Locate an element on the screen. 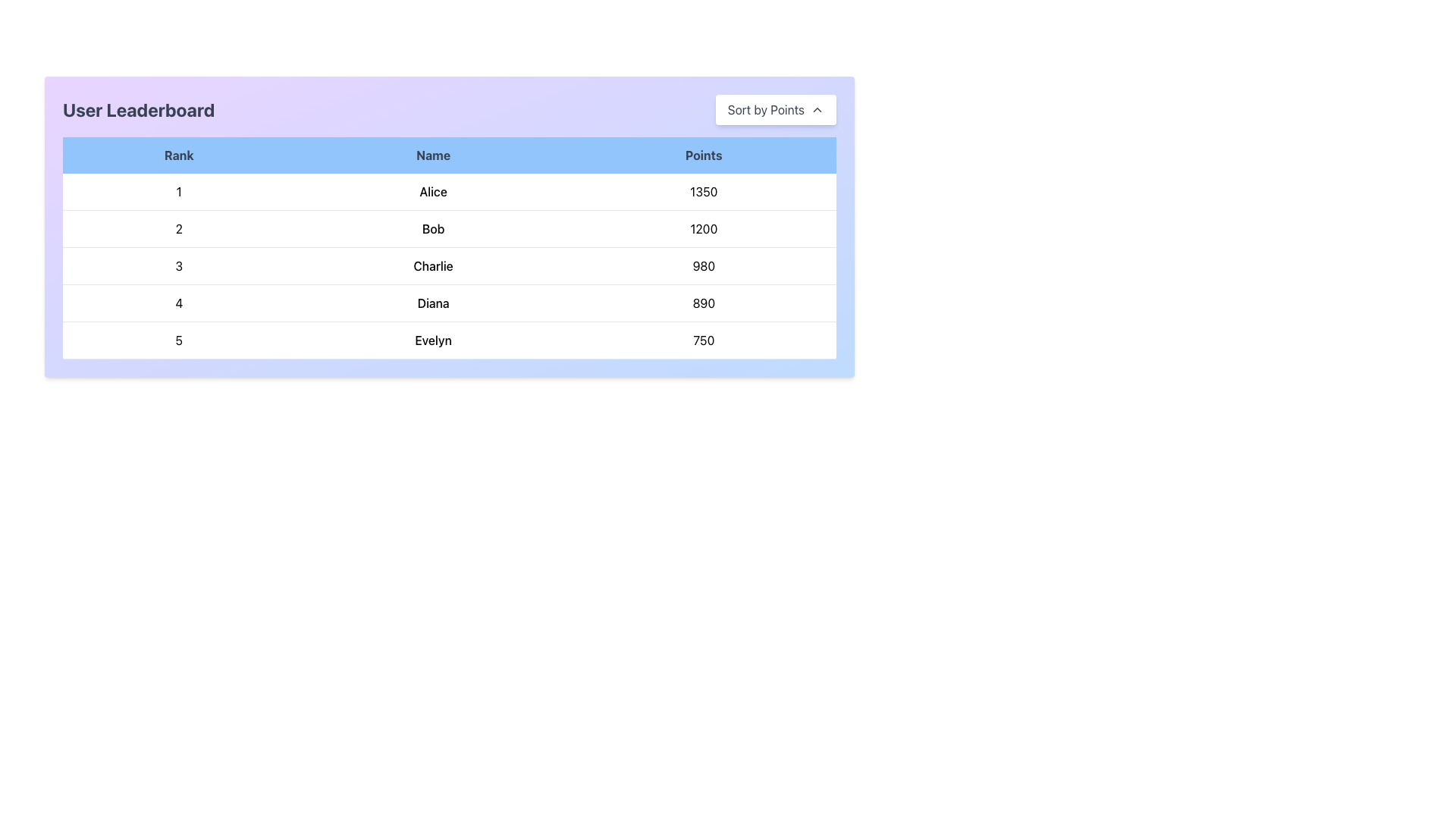 The height and width of the screenshot is (819, 1456). text content of the table cell displaying the points for 'Charlie' in the leaderboard, located in the third row and third column of the table is located at coordinates (703, 265).